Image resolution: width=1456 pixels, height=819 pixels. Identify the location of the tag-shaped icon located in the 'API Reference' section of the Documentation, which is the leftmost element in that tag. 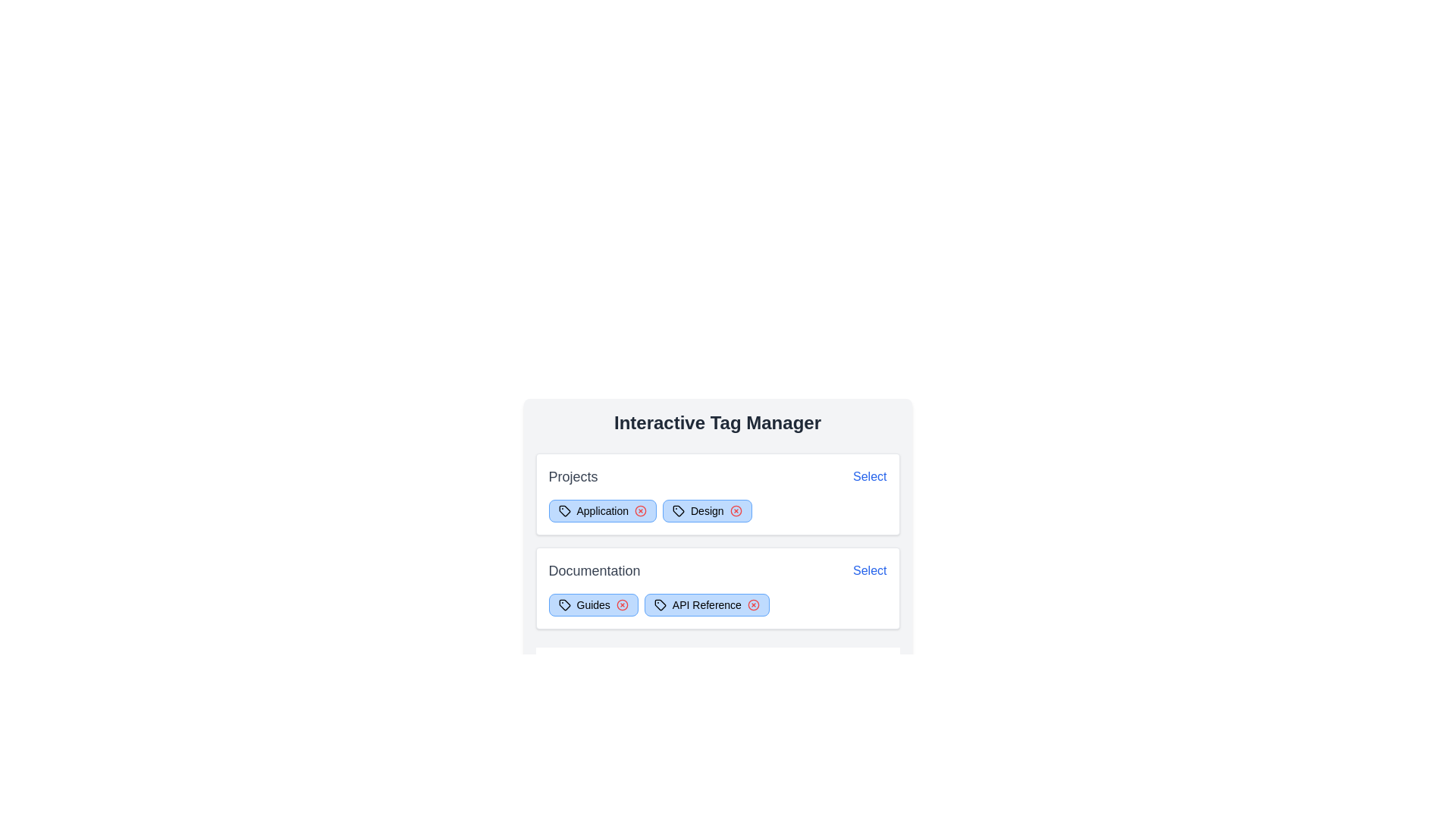
(660, 604).